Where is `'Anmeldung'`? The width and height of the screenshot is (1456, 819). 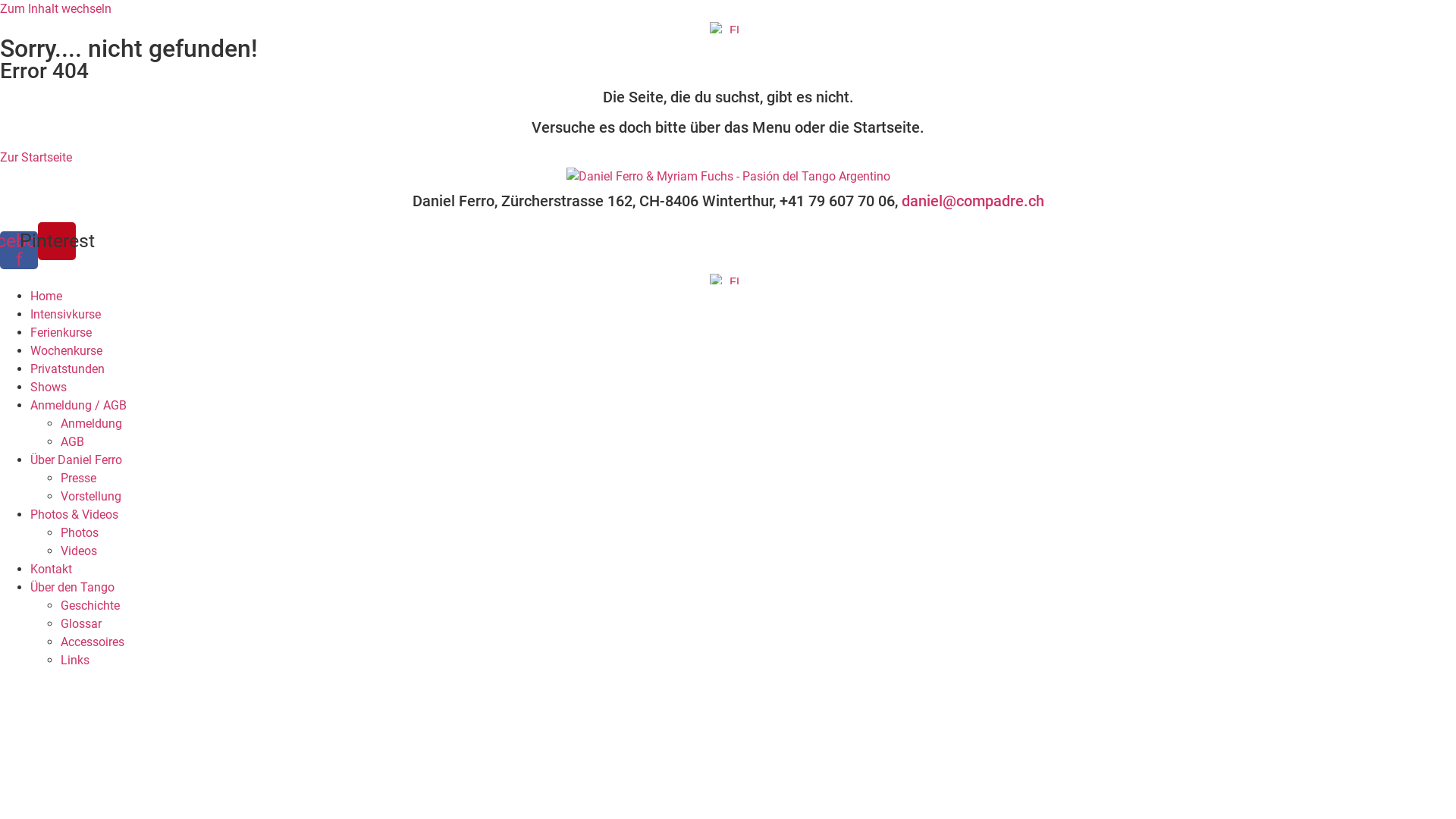 'Anmeldung' is located at coordinates (61, 423).